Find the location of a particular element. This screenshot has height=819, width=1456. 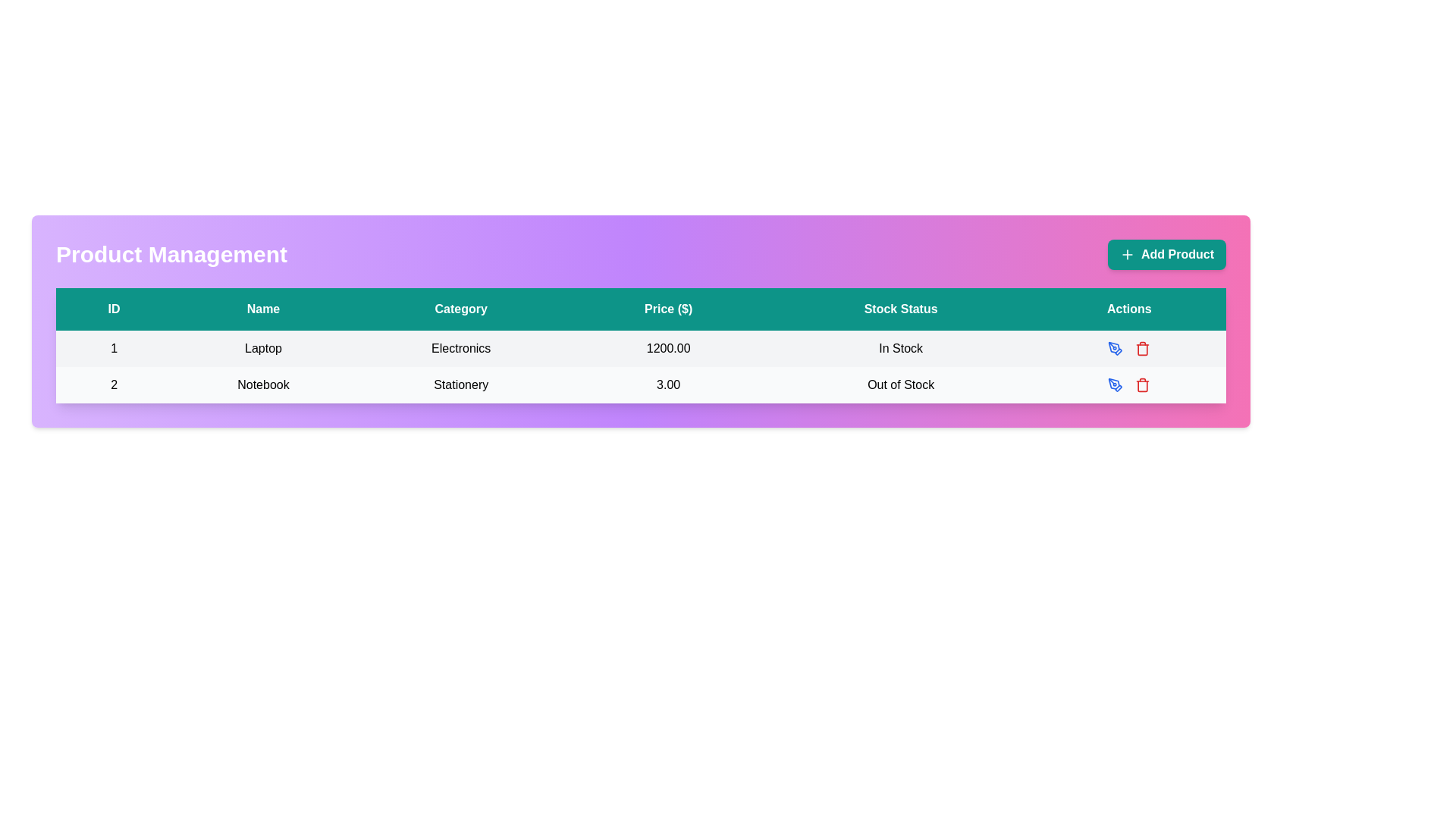

the Table Header Cell for the 'ID' column, which is the first column header in the table's header row located under the 'Product Management' section is located at coordinates (113, 309).